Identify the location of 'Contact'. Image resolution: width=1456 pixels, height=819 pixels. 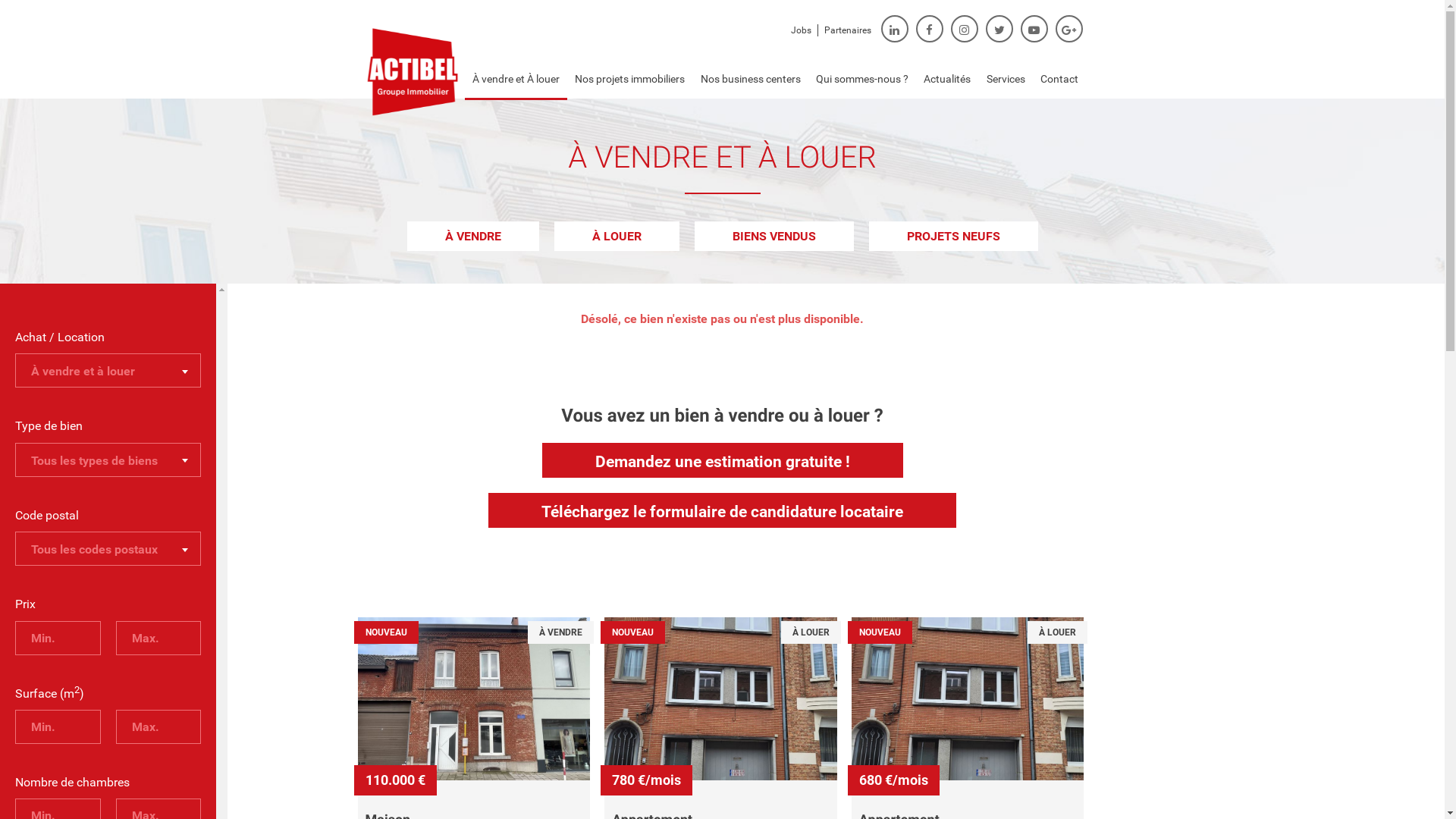
(1058, 79).